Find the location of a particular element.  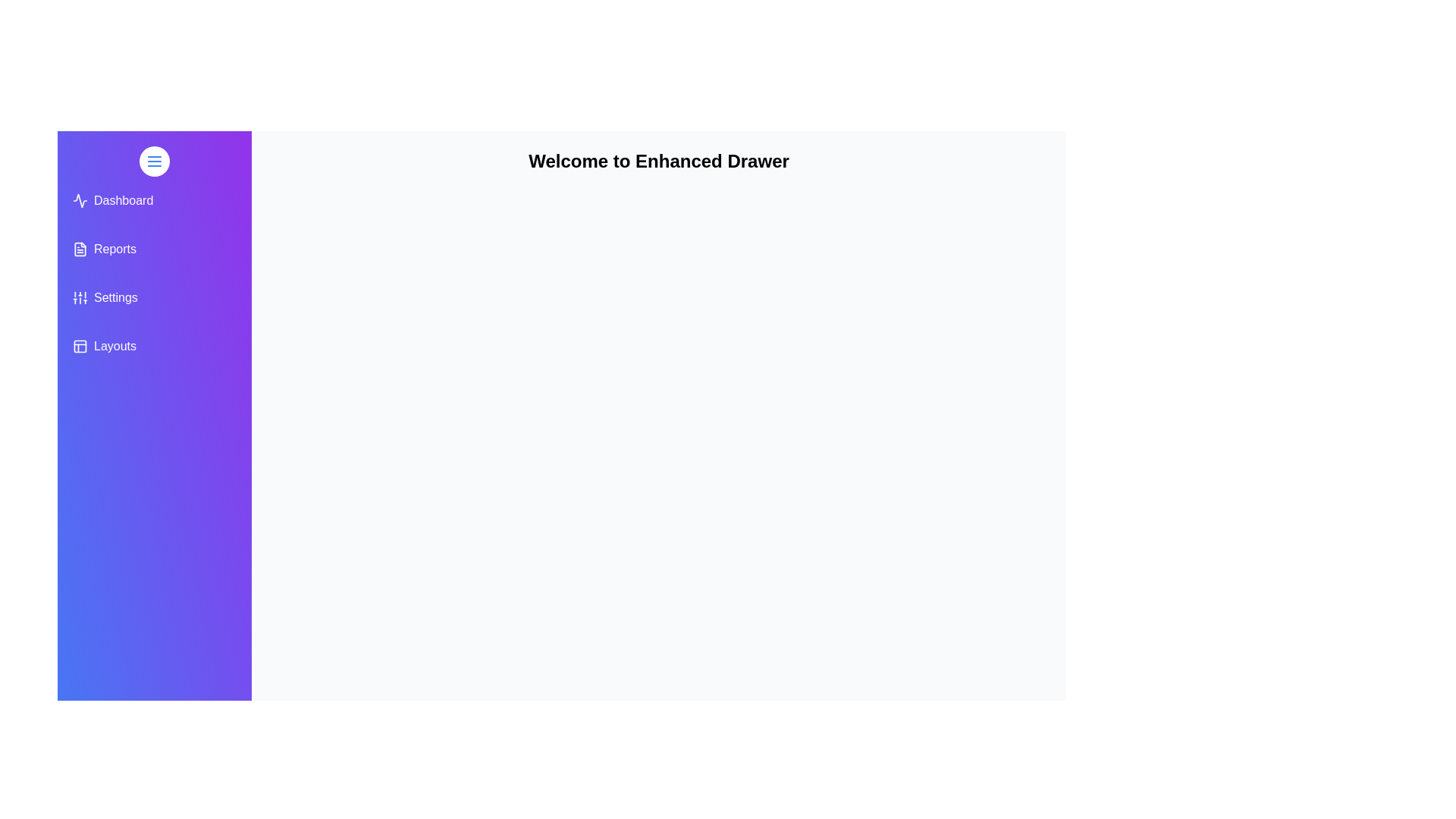

the main content area labeled 'Welcome to Enhanced Drawer' to interact with it is located at coordinates (658, 540).